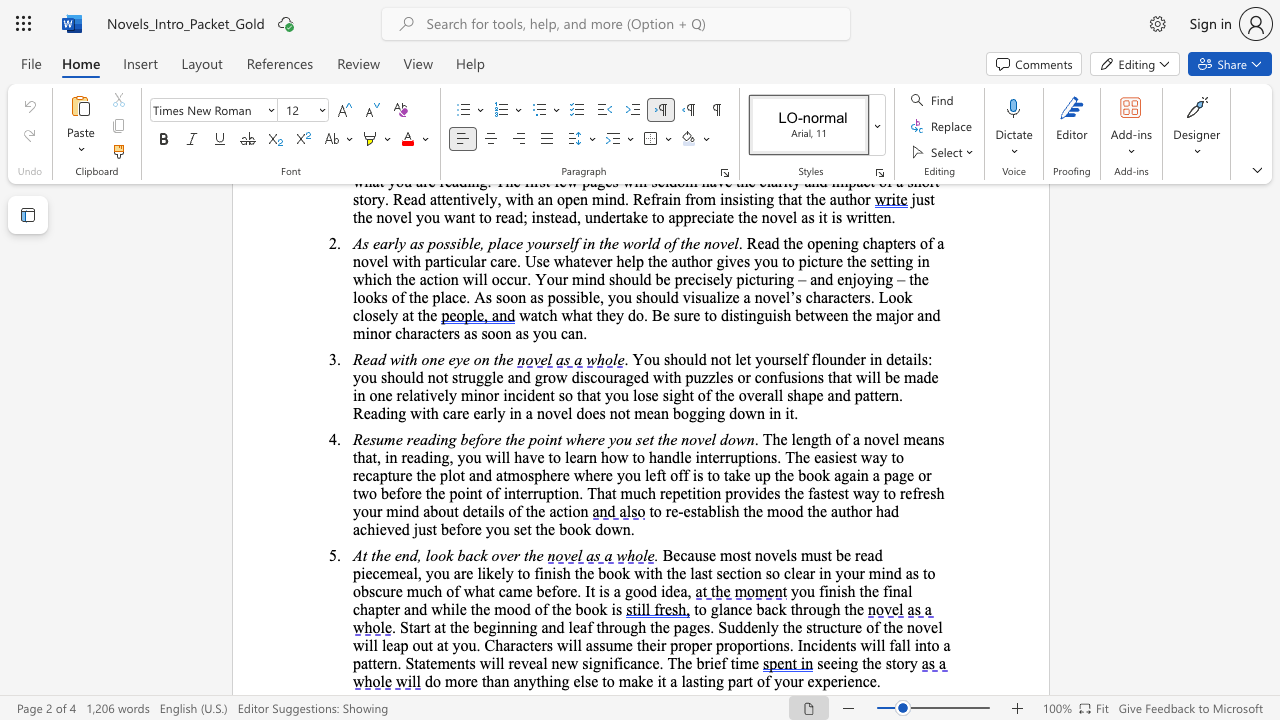 This screenshot has height=720, width=1280. I want to click on the subset text "nis" within the text "you finish the", so click(828, 590).